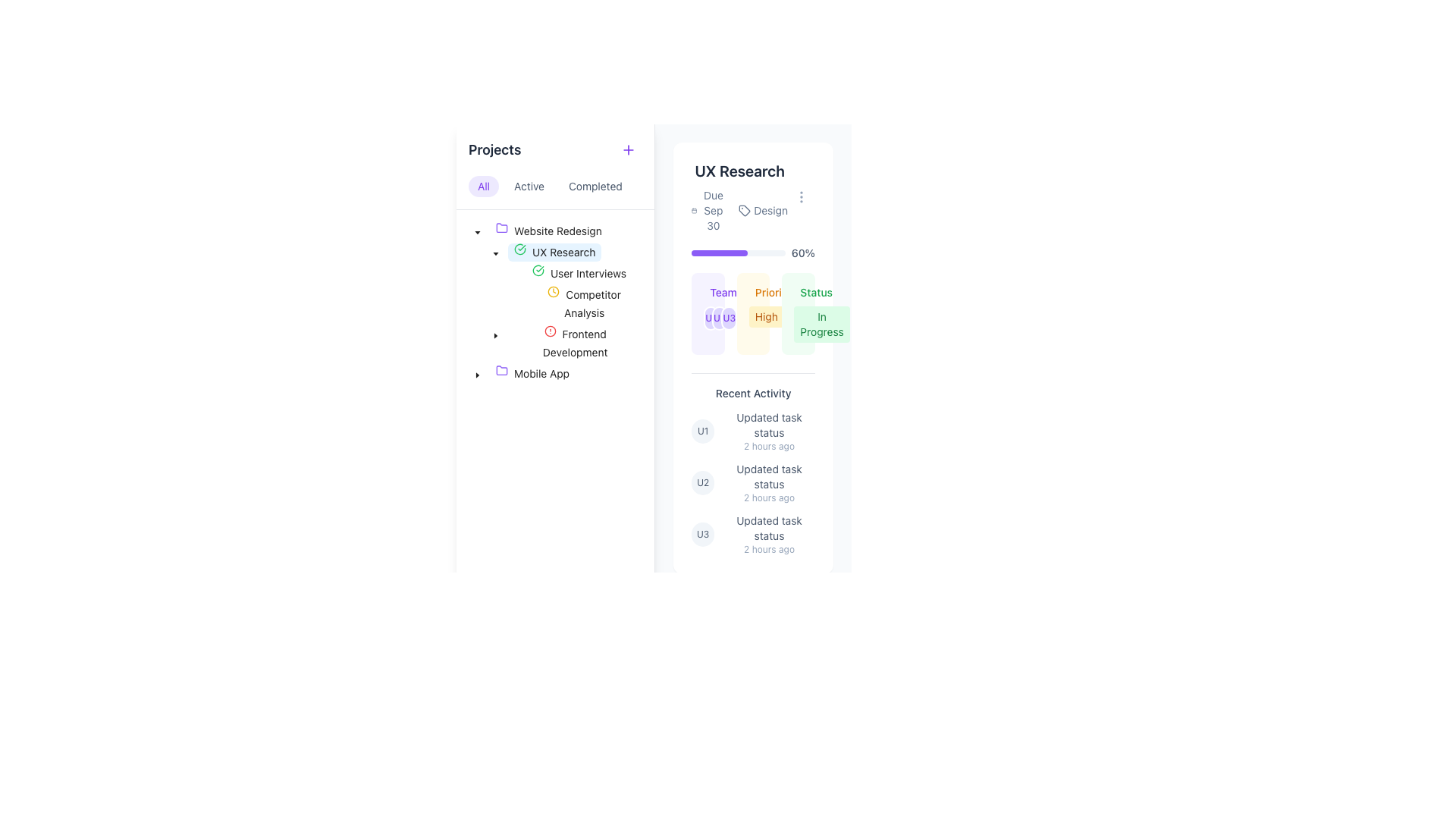  I want to click on details of the highlighted recent activity entry identified by 'U2' with the text 'Updated task status' and timestamp '2 hours ago', so click(753, 482).